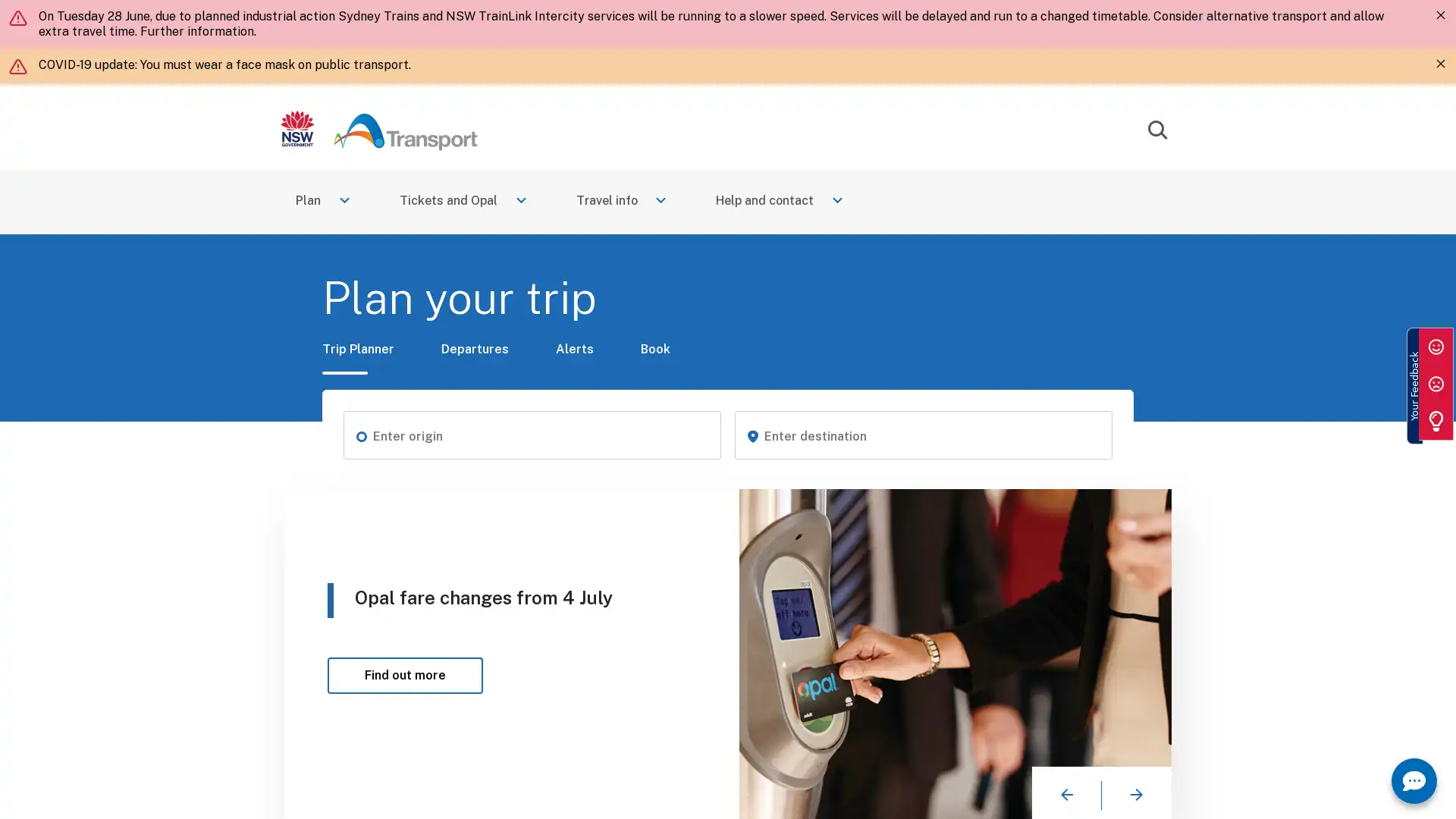 The width and height of the screenshot is (1456, 819). What do you see at coordinates (623, 201) in the screenshot?
I see `Travel info` at bounding box center [623, 201].